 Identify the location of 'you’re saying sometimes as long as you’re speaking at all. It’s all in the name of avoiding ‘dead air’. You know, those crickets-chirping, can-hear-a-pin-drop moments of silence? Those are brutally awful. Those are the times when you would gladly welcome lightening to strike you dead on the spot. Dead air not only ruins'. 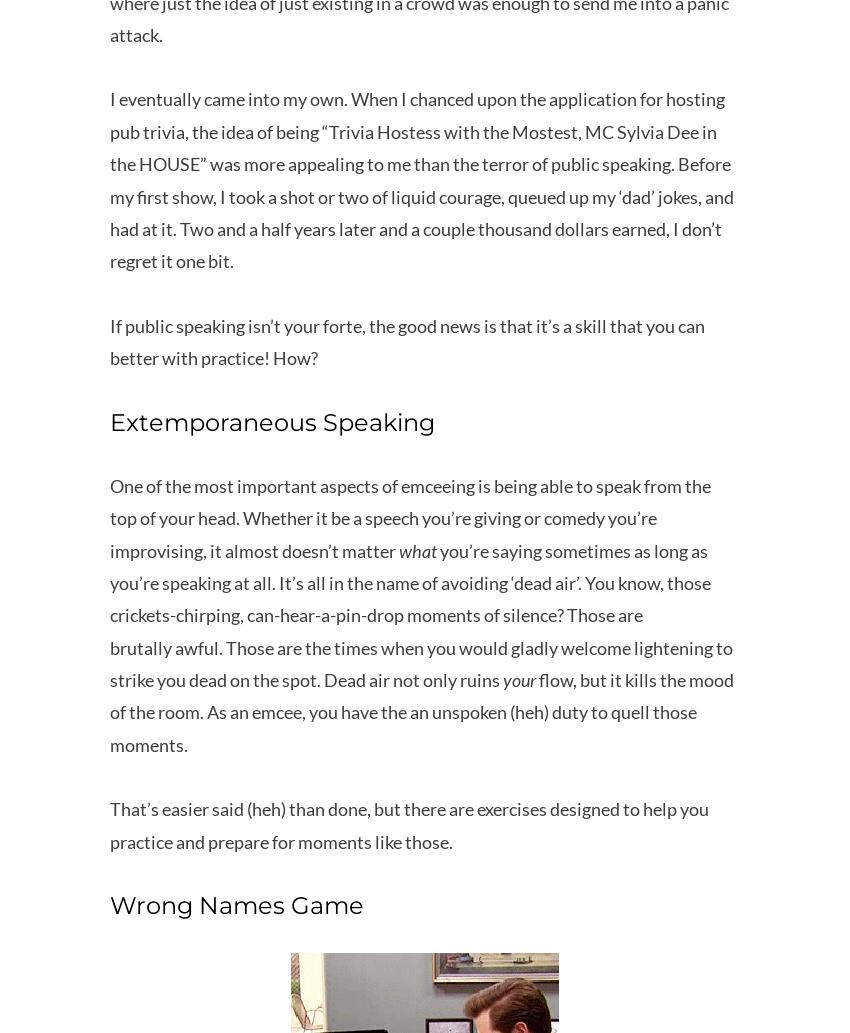
(421, 614).